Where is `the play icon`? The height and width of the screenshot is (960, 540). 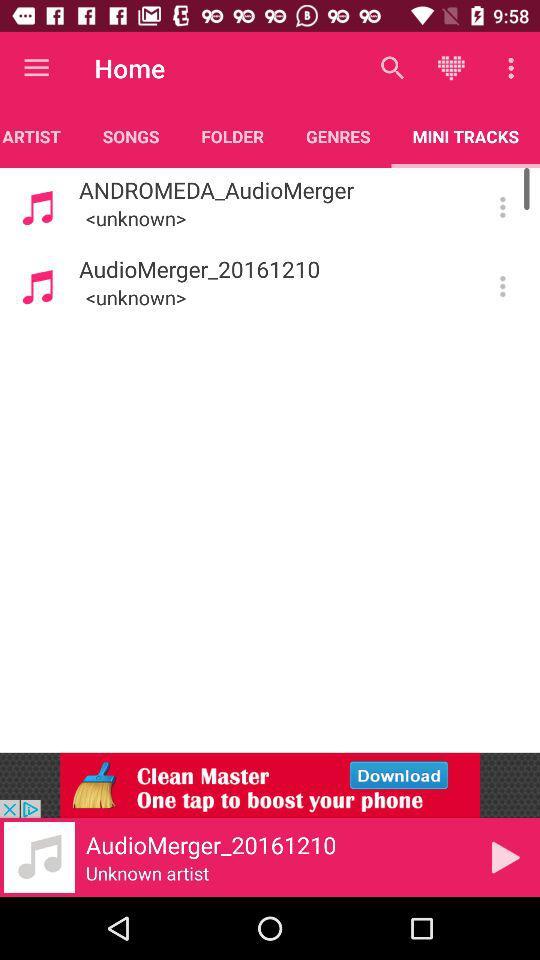 the play icon is located at coordinates (504, 856).